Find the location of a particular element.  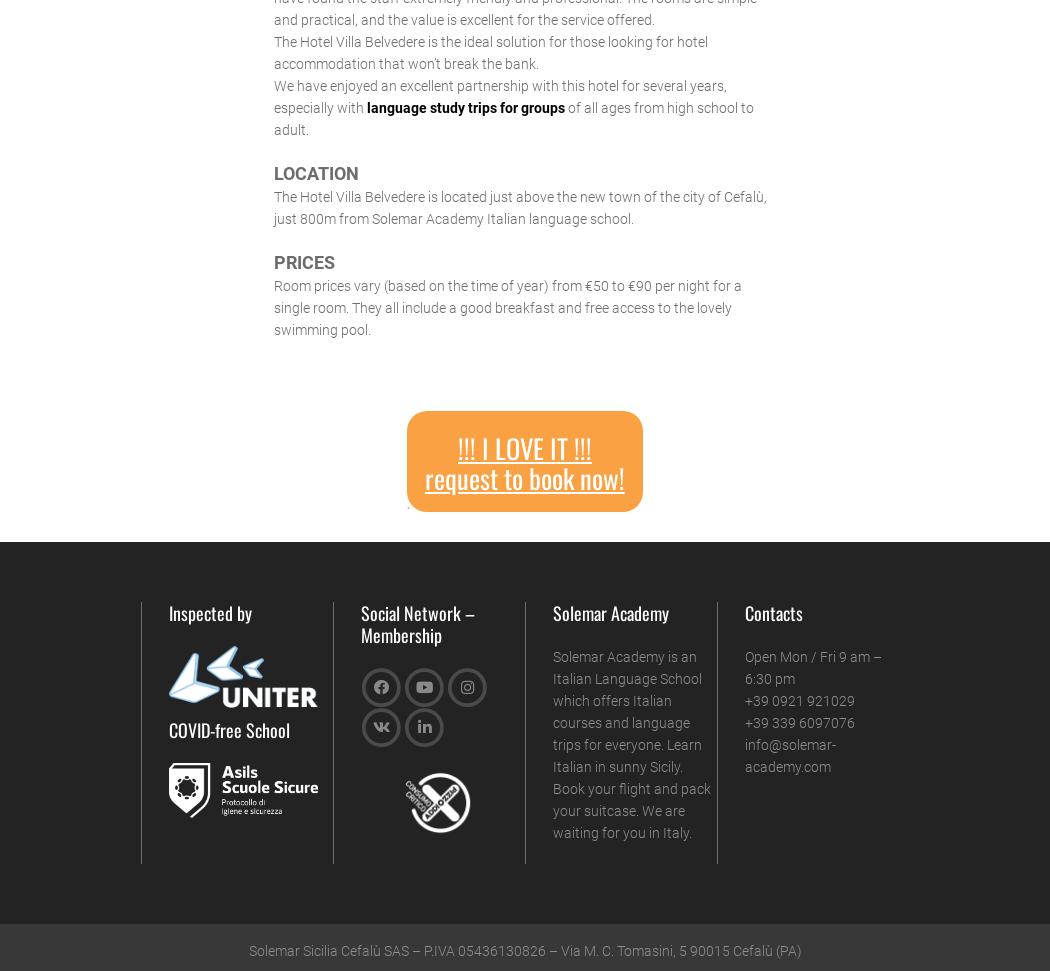

'We have enjoyed an excellent partnership with this hotel for several years, especially with' is located at coordinates (498, 95).